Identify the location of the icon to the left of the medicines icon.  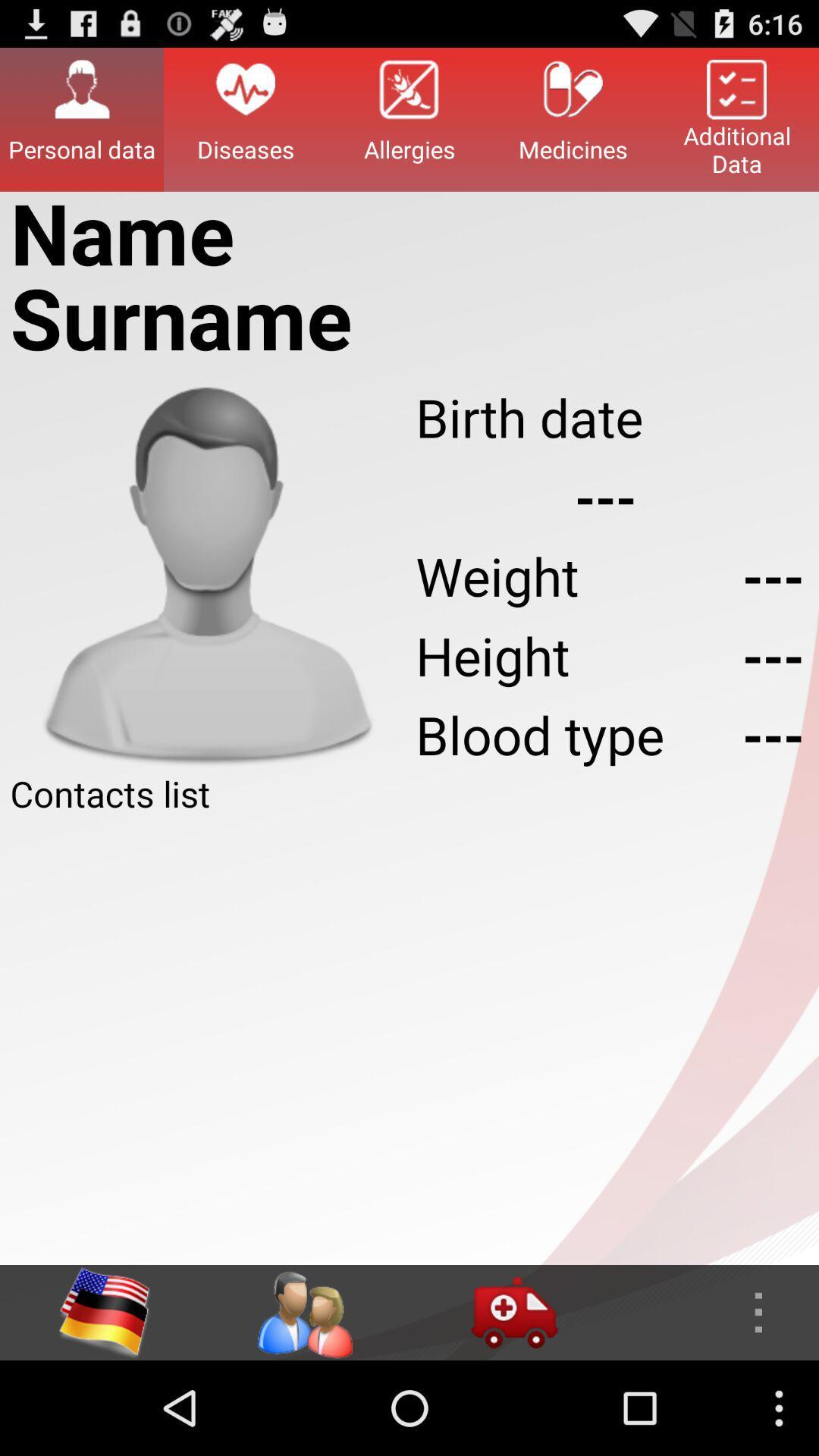
(409, 118).